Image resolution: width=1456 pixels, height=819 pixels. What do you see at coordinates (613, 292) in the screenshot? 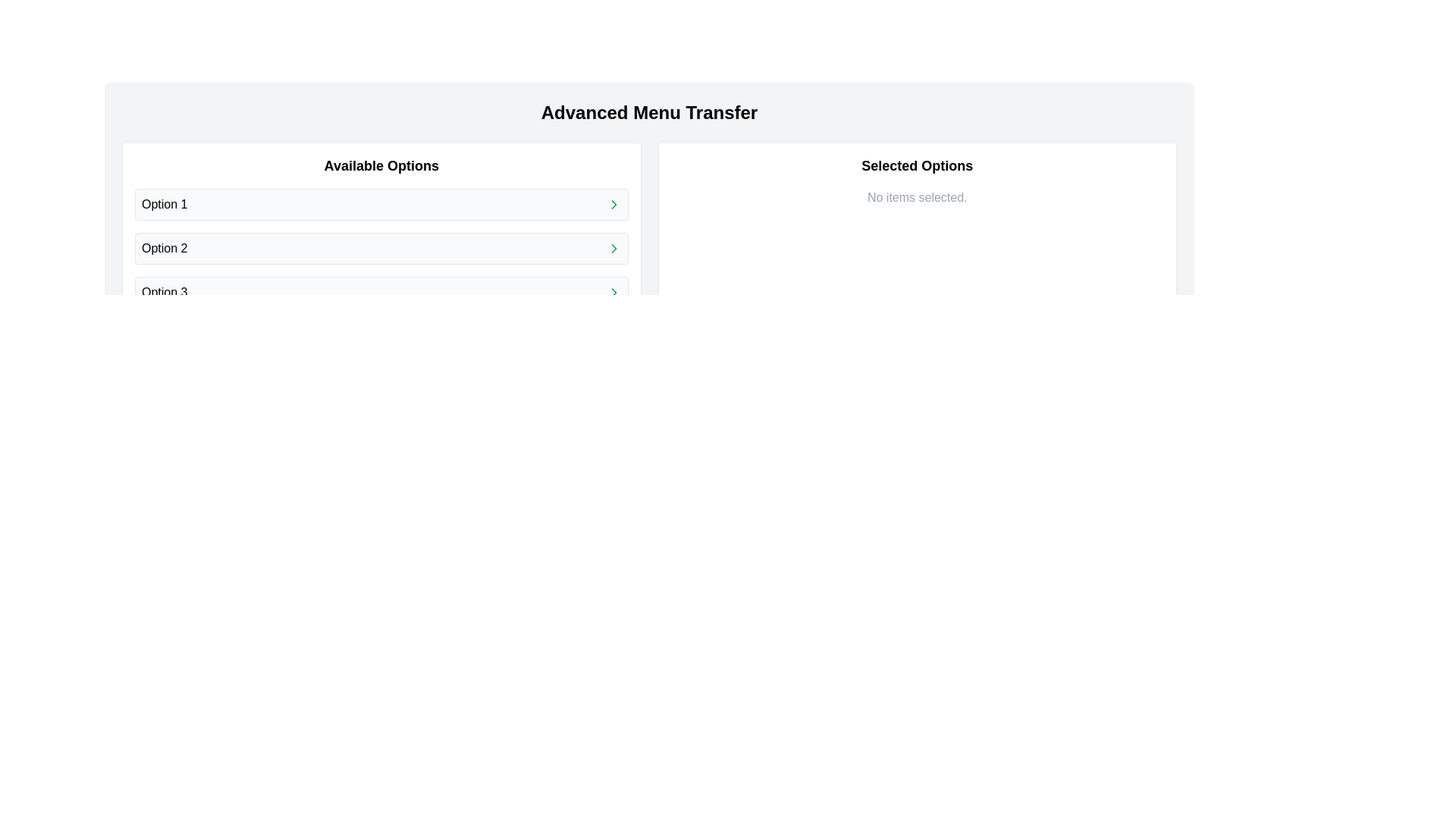
I see `the green right-pointing arrow icon button located at the far right end of the block labeled 'Option 3' in the 'Available Options' column` at bounding box center [613, 292].